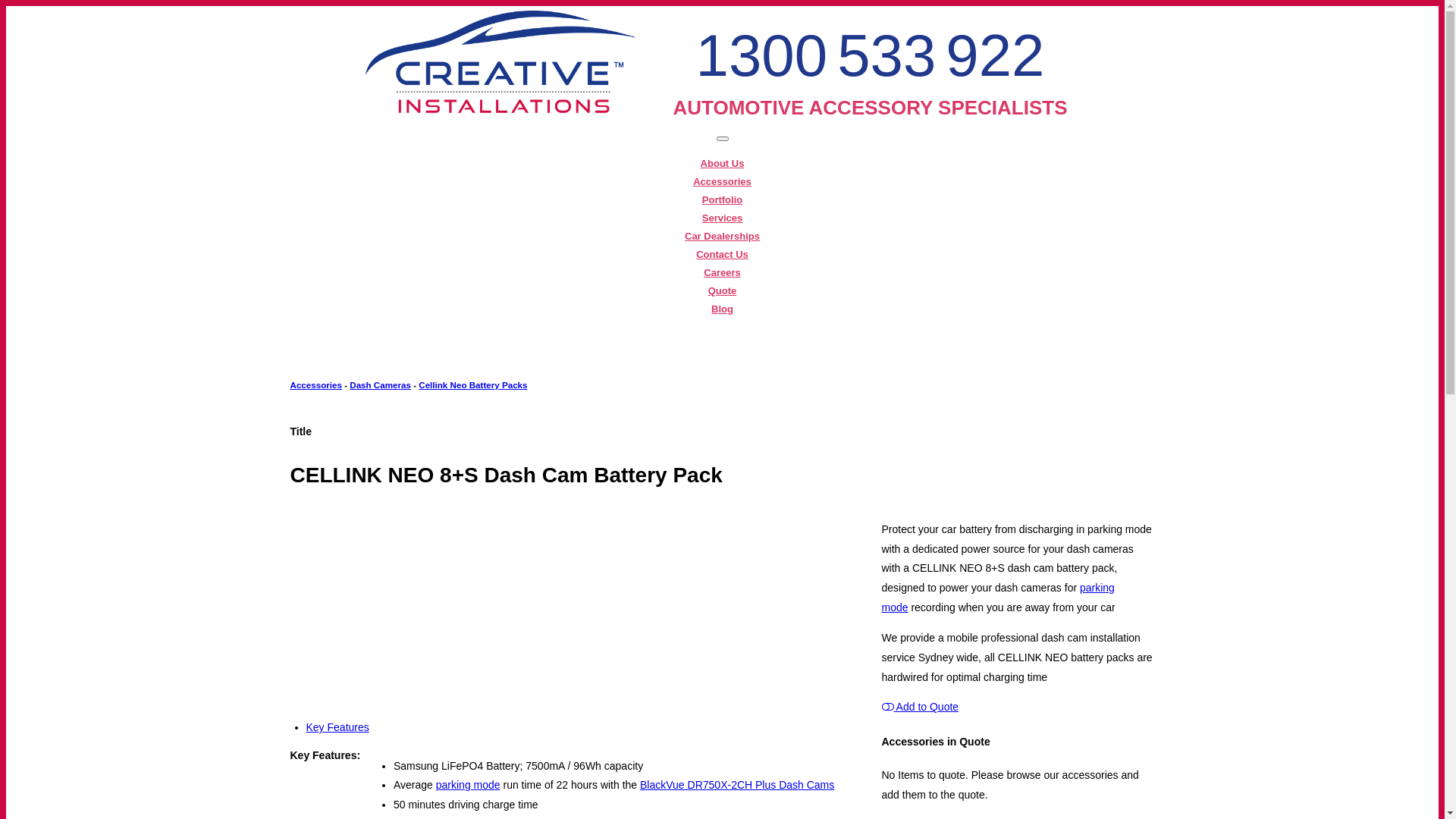 The width and height of the screenshot is (1456, 819). What do you see at coordinates (722, 218) in the screenshot?
I see `'Services'` at bounding box center [722, 218].